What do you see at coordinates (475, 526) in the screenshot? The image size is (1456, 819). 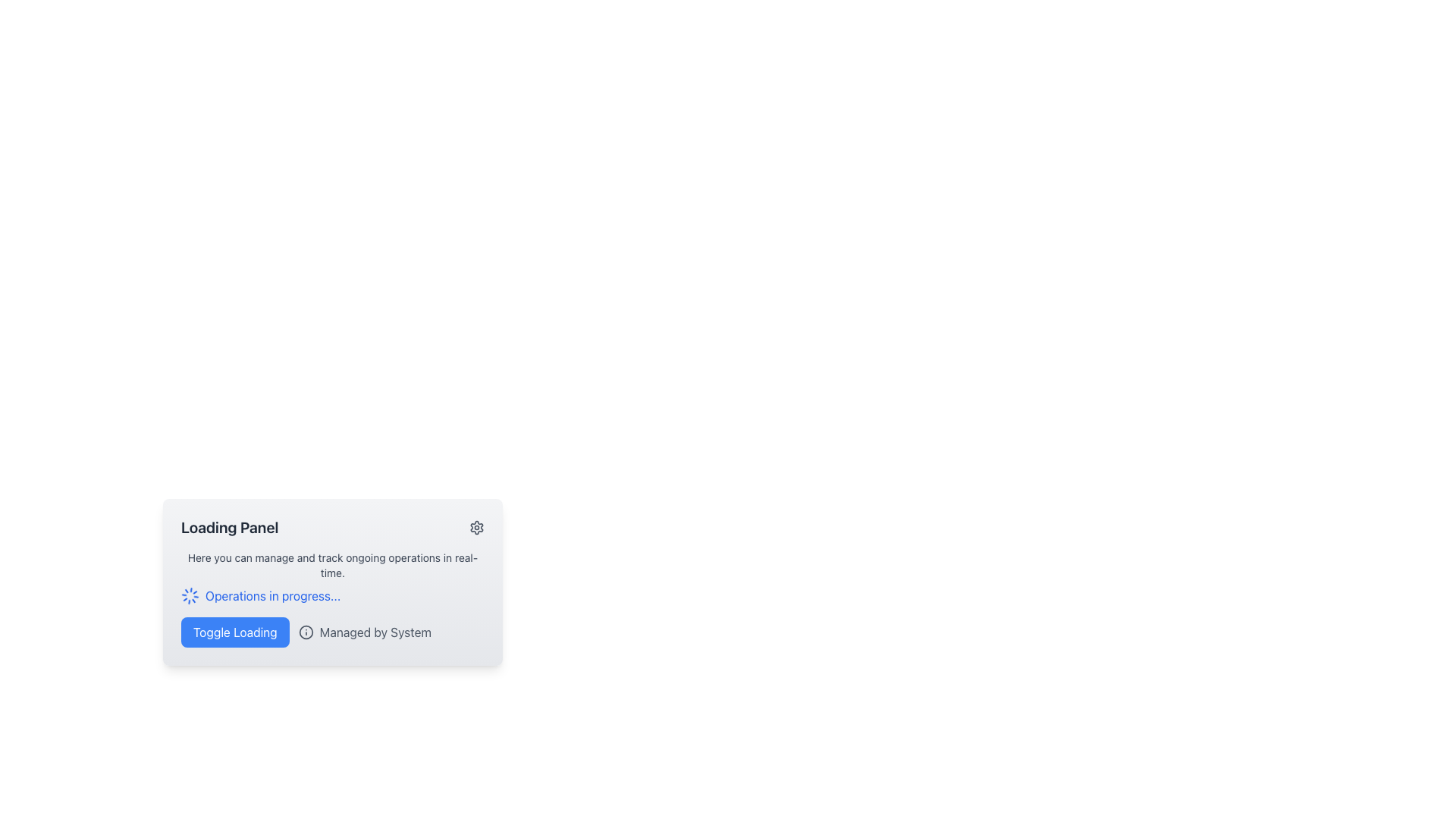 I see `the circular gear icon button located on the right side of the header area within the 'Loading Panel' section` at bounding box center [475, 526].